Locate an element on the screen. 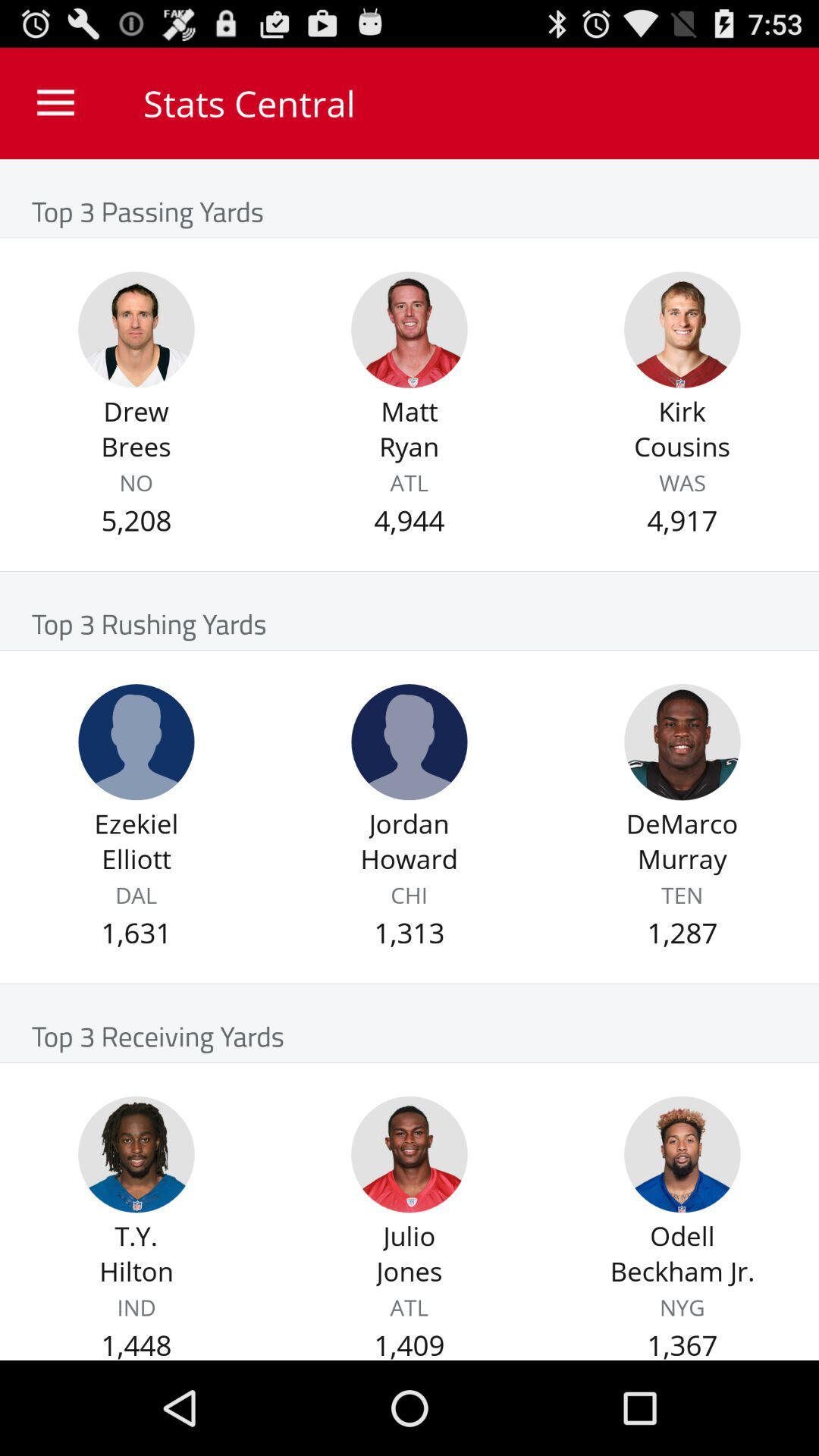  this player is located at coordinates (409, 1153).